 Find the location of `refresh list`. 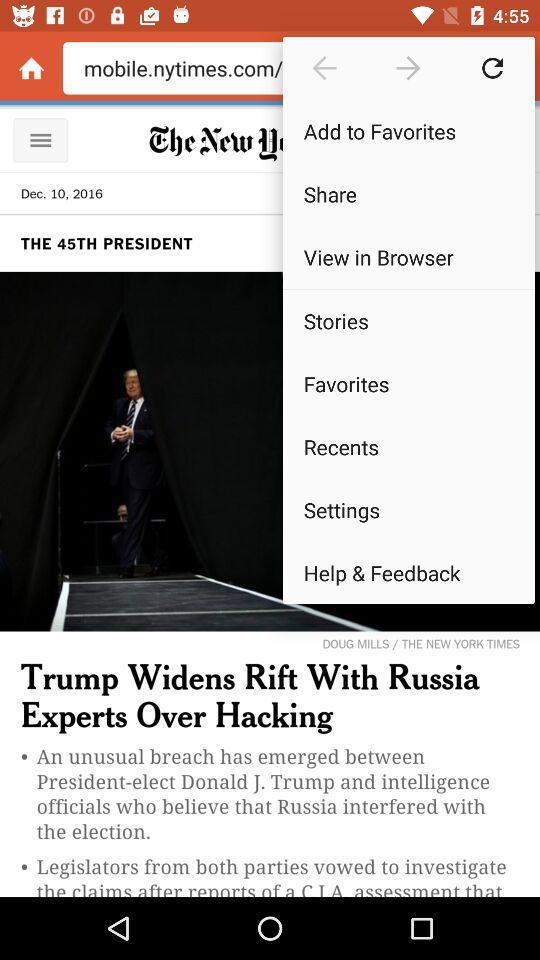

refresh list is located at coordinates (491, 68).